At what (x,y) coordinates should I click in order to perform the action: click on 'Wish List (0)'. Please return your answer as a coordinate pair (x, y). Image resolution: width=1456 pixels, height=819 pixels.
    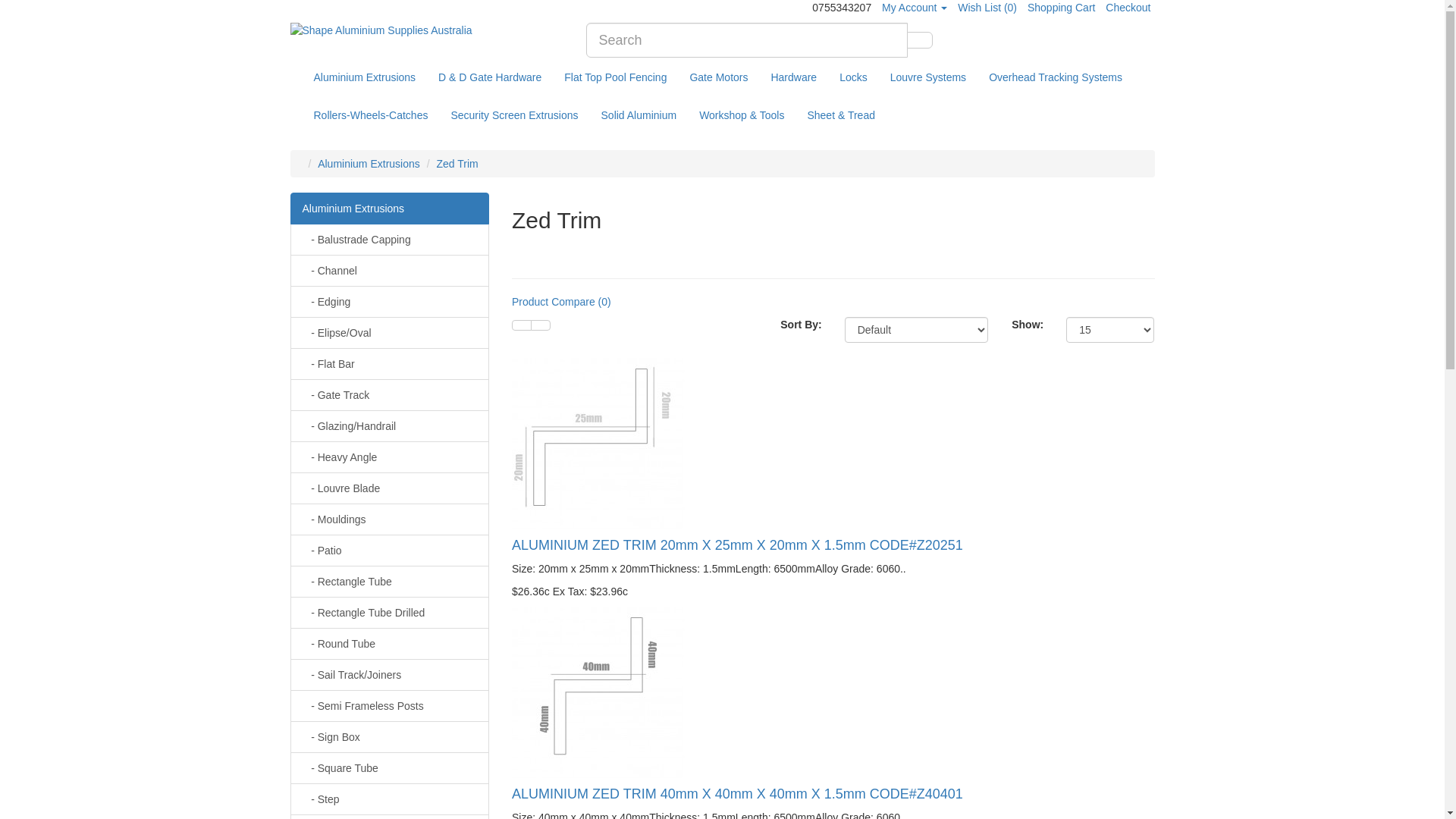
    Looking at the image, I should click on (987, 8).